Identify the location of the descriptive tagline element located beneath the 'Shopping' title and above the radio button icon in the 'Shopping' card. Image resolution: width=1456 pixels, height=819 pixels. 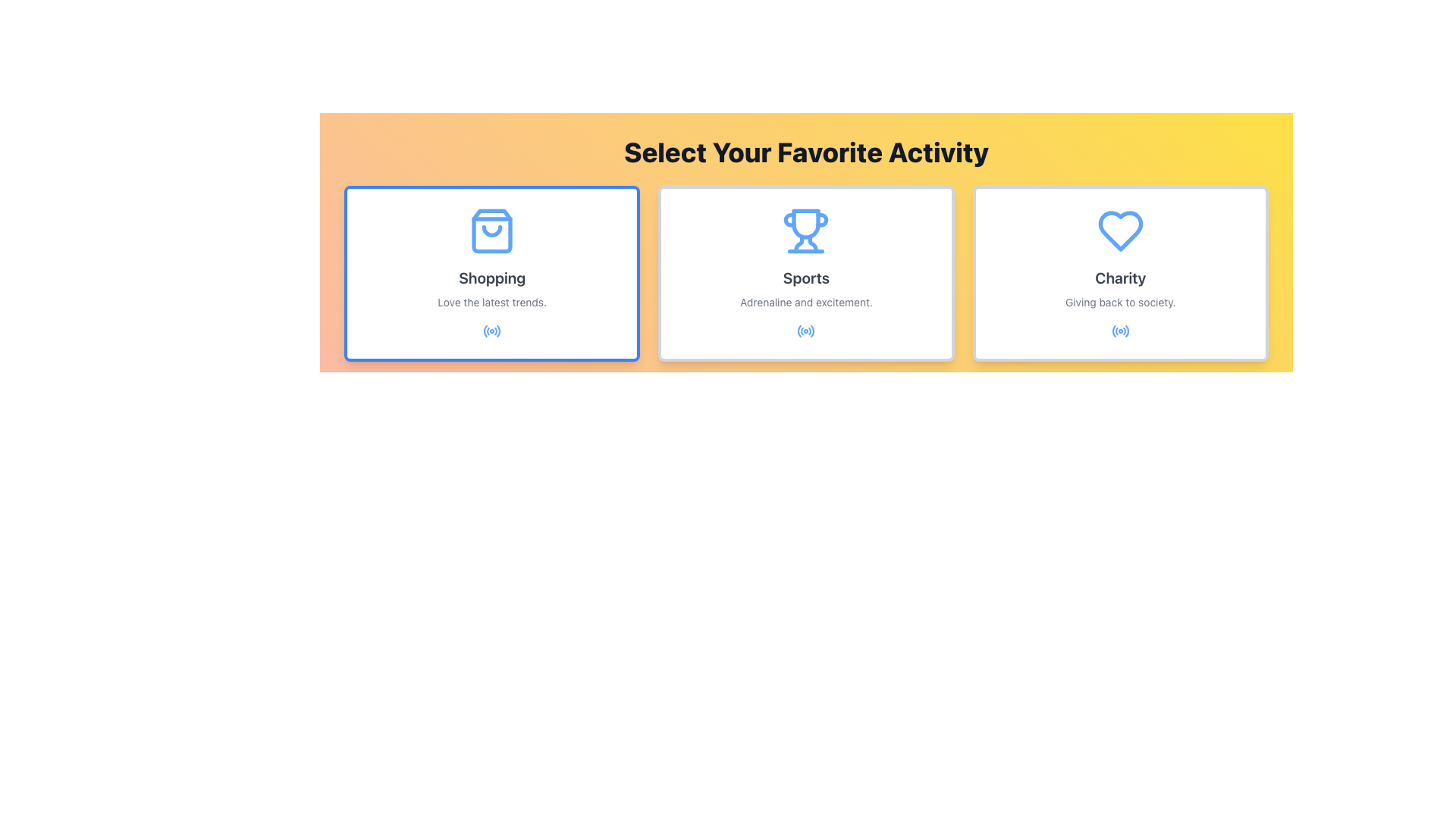
(492, 302).